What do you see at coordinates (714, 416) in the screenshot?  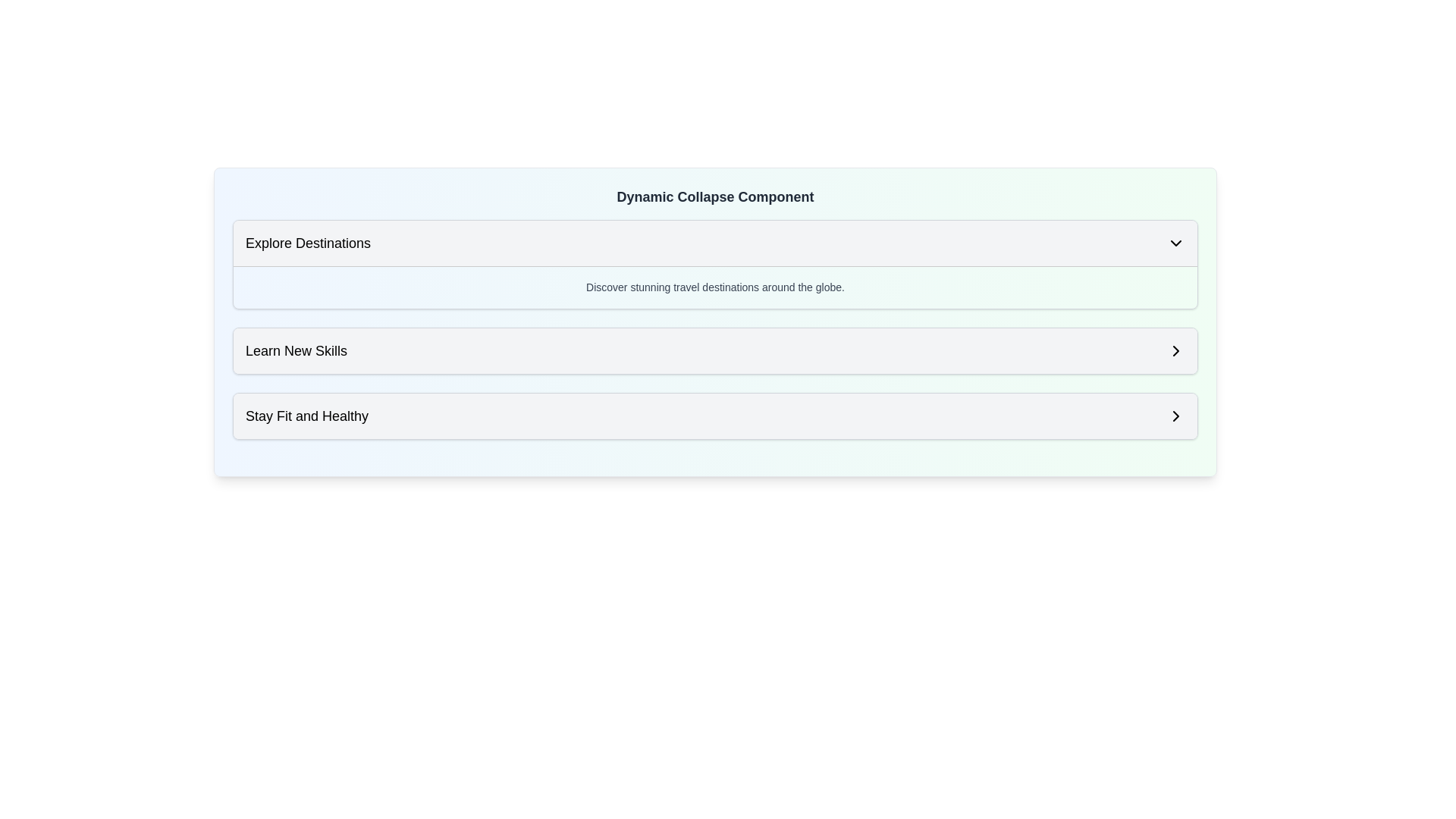 I see `the interactive button for navigating to detailed content associated with the section 'Stay Fit and Healthy', which is the third item in a vertical list within a collapsible interface` at bounding box center [714, 416].